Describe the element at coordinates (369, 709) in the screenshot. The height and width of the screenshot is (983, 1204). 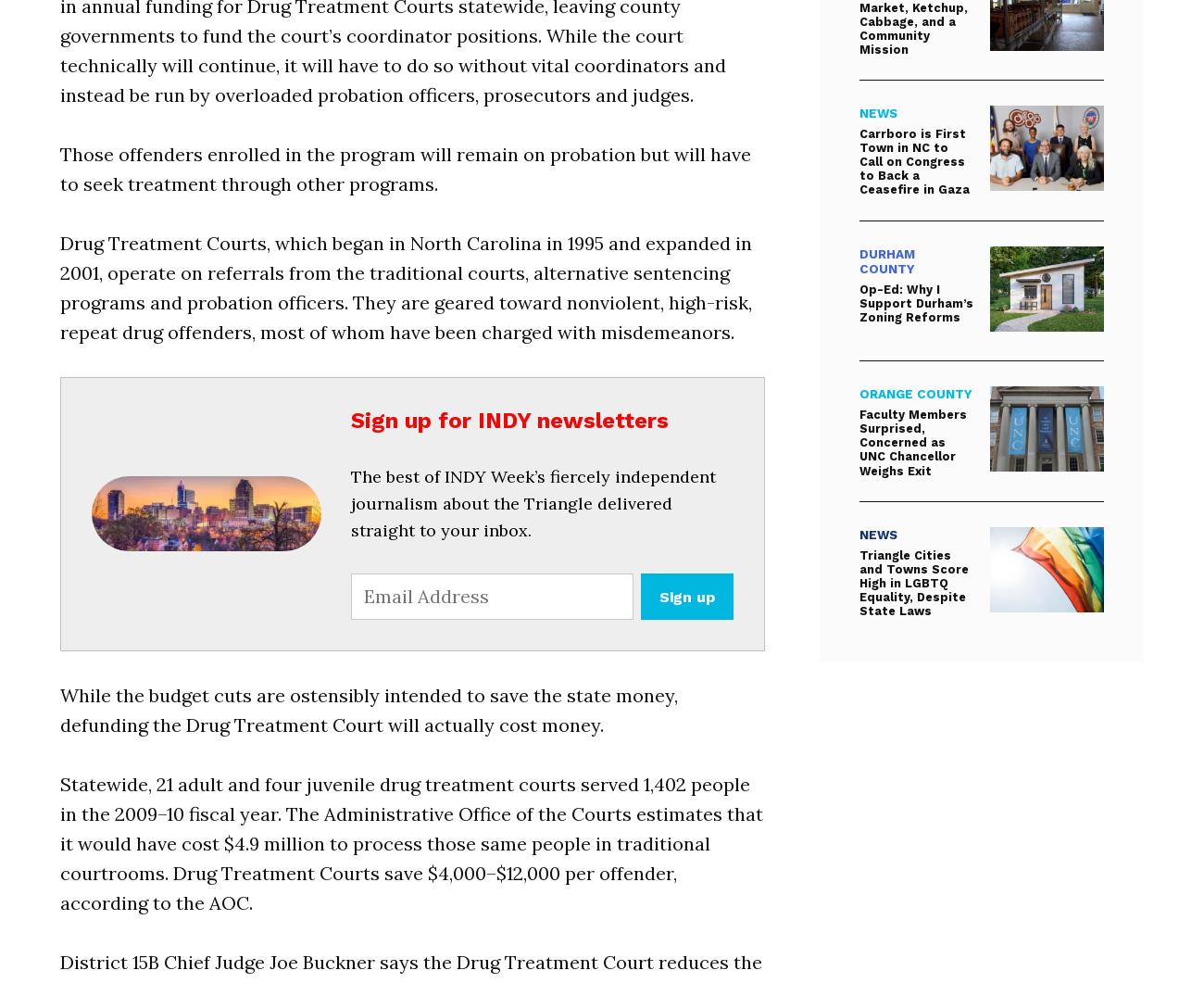
I see `'While the budget cuts are ostensibly intended to save the state money, defunding the Drug Treatment Court will actually cost money.'` at that location.